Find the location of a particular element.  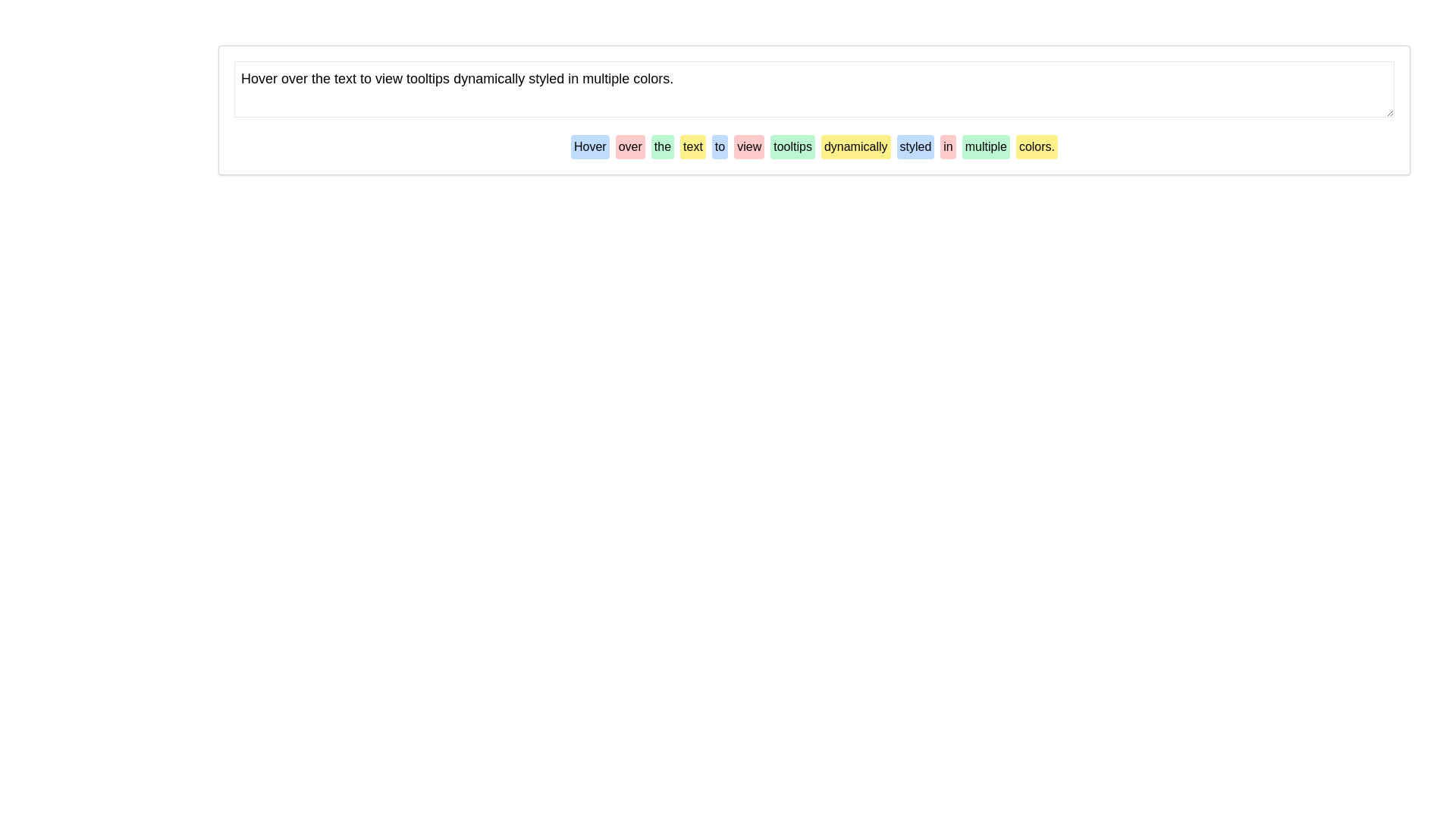

the text label reading 'Tooltip for dynamicallydynamically', which has a yellow background and rounded edges, positioned as the ninth item in a sequence of text items is located at coordinates (855, 146).